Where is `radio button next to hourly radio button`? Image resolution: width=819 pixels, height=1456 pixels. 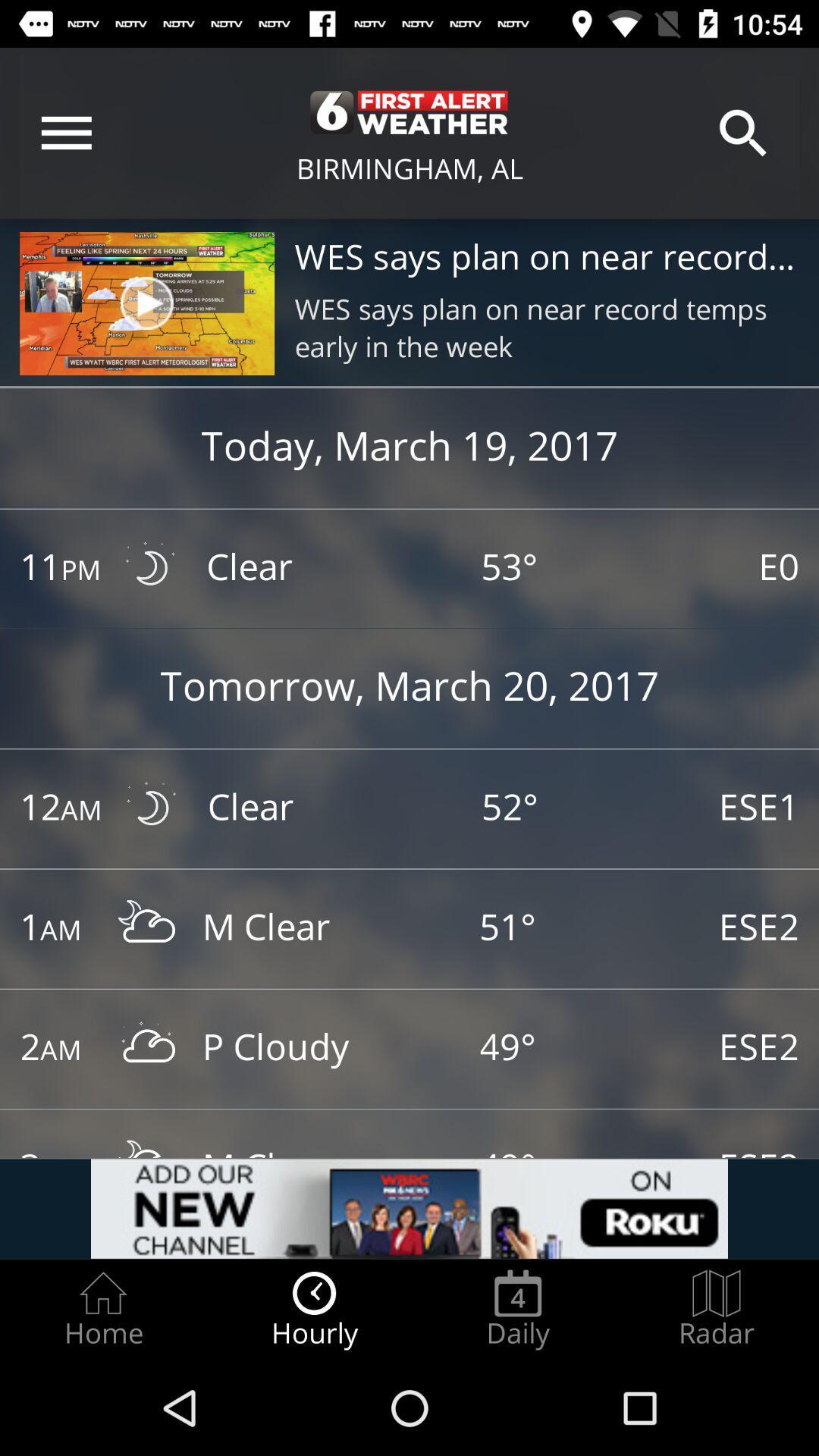 radio button next to hourly radio button is located at coordinates (102, 1309).